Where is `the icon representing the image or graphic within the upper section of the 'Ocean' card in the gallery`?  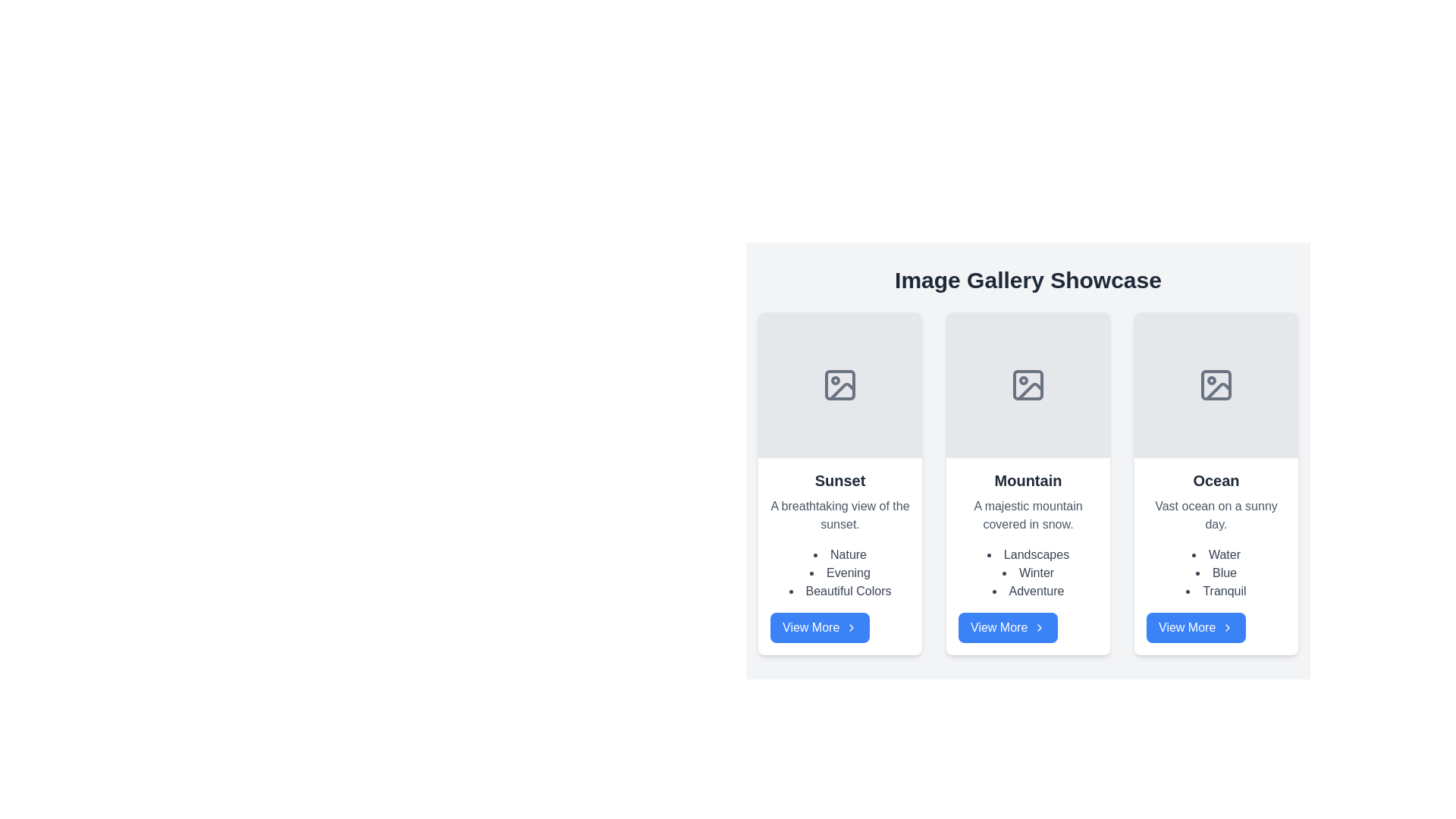
the icon representing the image or graphic within the upper section of the 'Ocean' card in the gallery is located at coordinates (1216, 384).